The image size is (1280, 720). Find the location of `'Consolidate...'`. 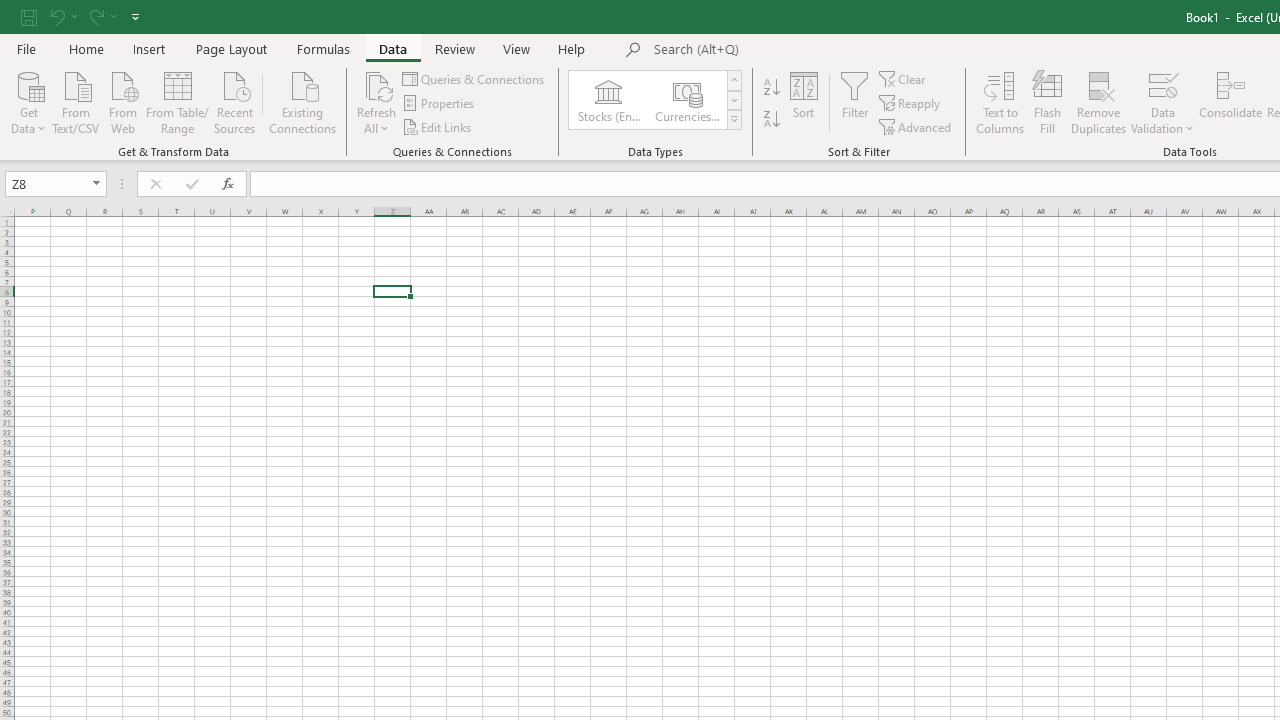

'Consolidate...' is located at coordinates (1229, 103).